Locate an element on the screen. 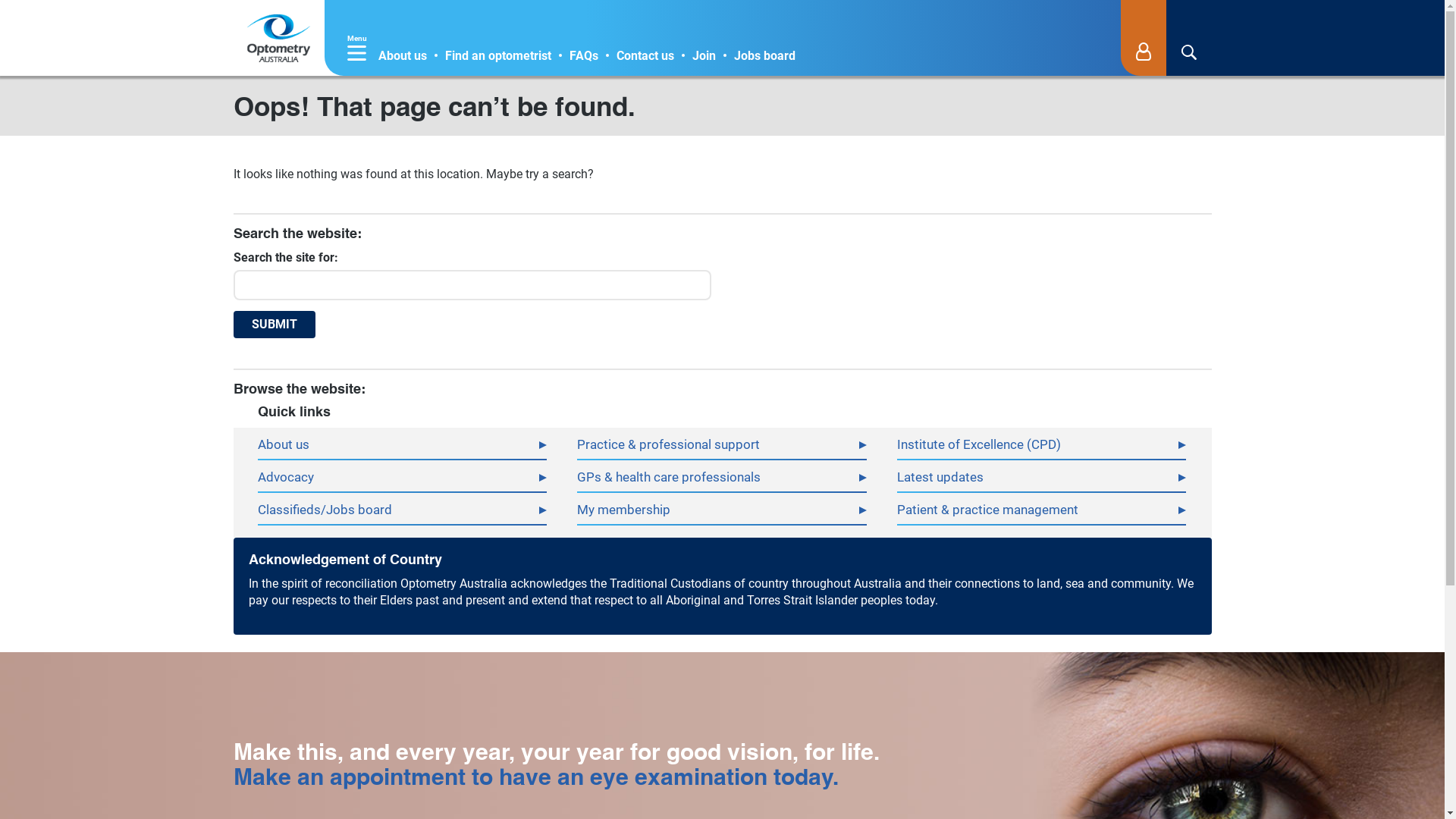 The image size is (1456, 819). 'Jobs board' is located at coordinates (764, 55).